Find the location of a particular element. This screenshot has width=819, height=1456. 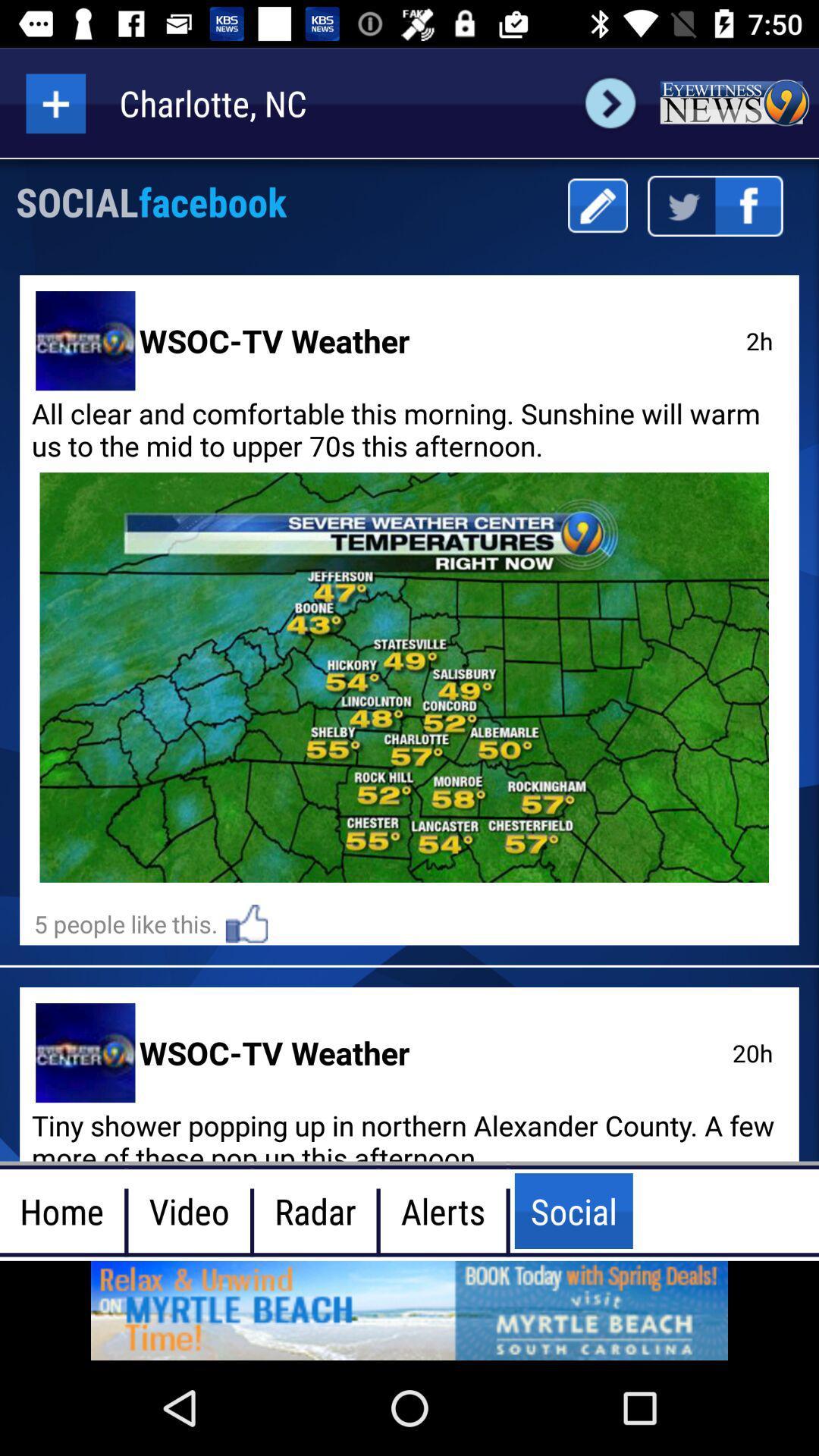

advertisement image is located at coordinates (409, 1310).